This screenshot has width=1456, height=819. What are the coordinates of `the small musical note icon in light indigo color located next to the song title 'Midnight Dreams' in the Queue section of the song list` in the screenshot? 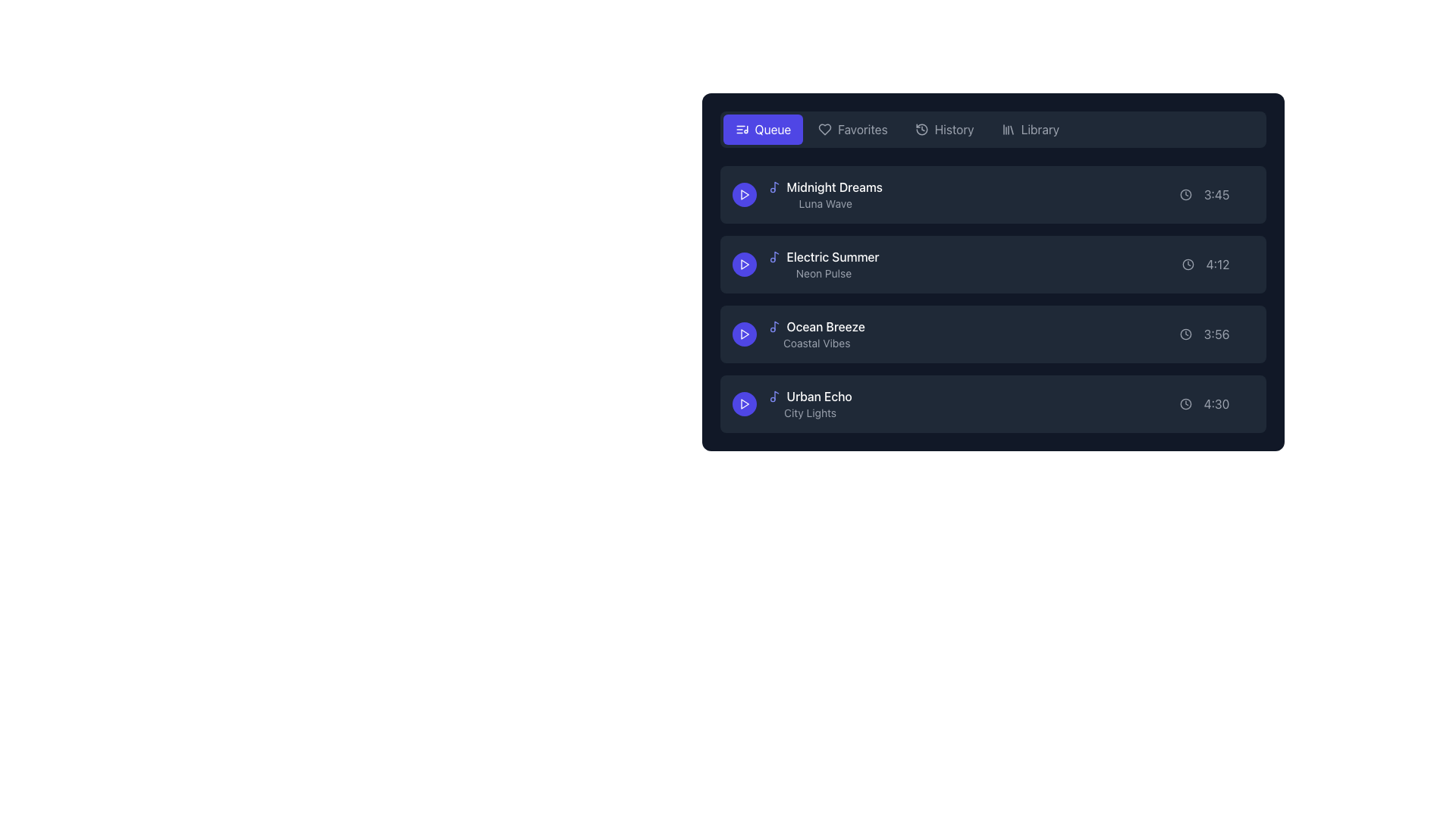 It's located at (774, 186).